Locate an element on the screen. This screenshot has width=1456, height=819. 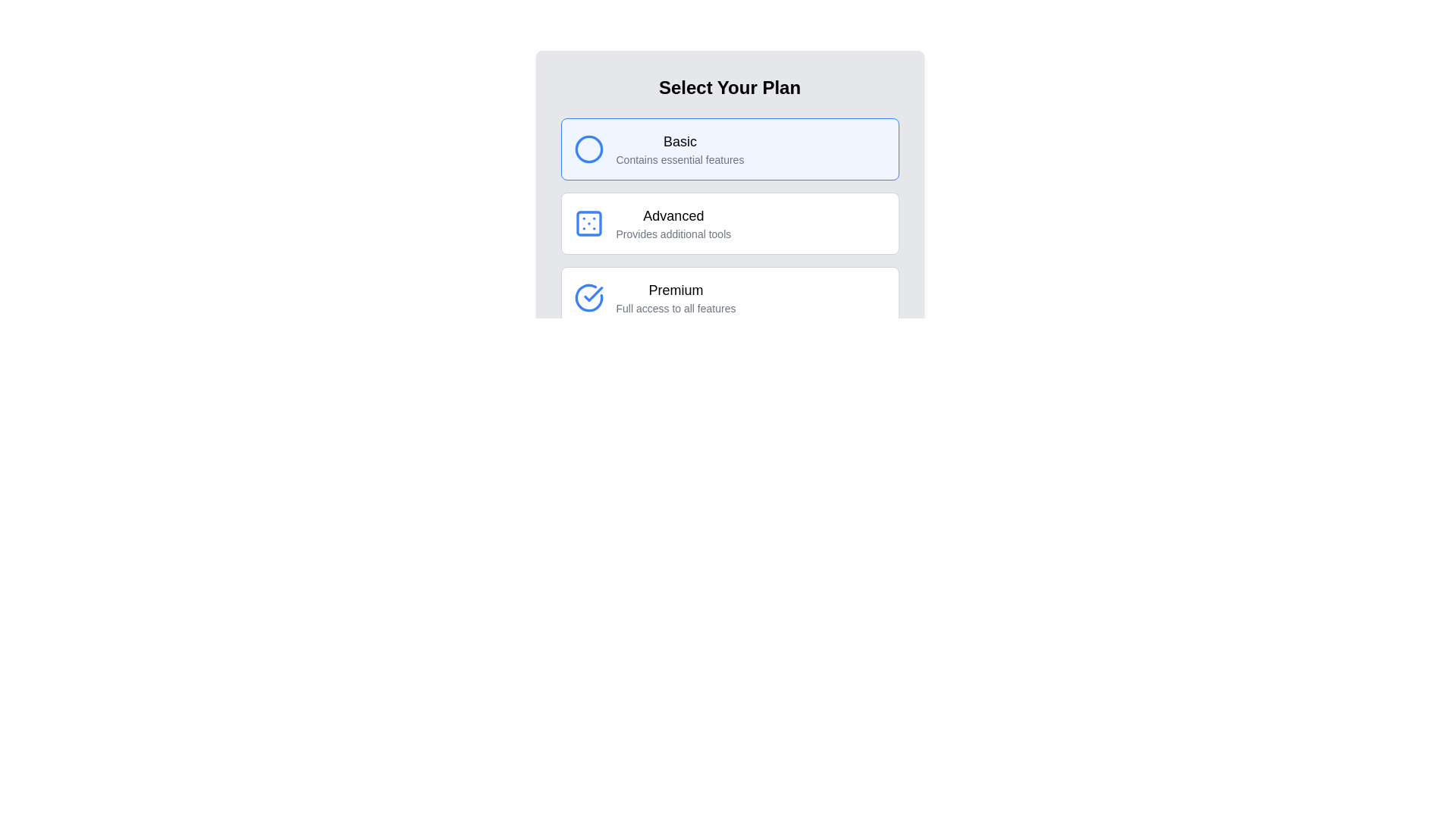
the second card-like selection item in the 'Select Your Plan' menu is located at coordinates (730, 223).